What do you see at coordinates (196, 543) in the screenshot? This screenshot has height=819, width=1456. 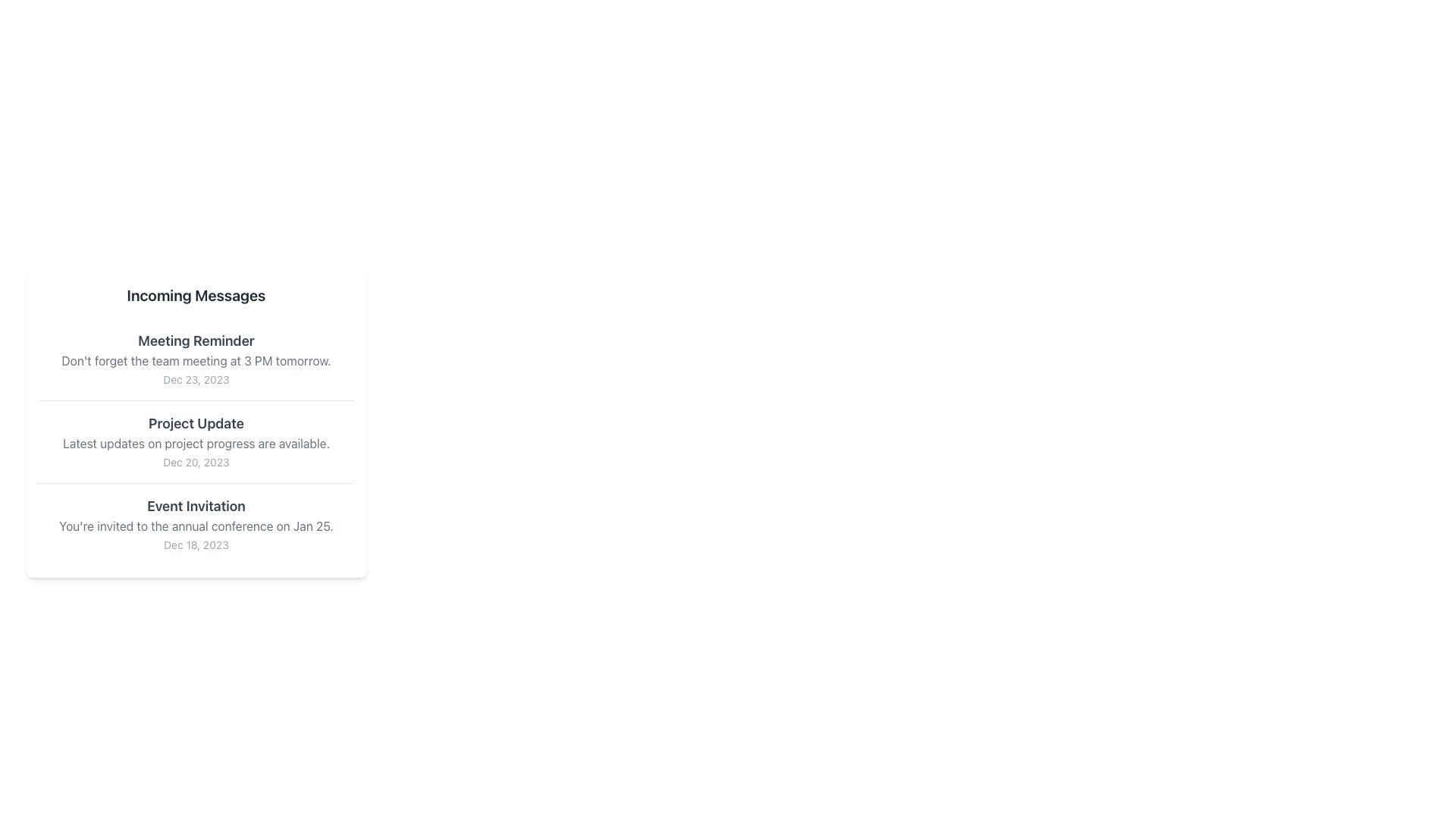 I see `the date label located at the bottom of the 'Event Invitation' section, beneath the sentence 'You're invited to the annual conference on Jan 25.'` at bounding box center [196, 543].